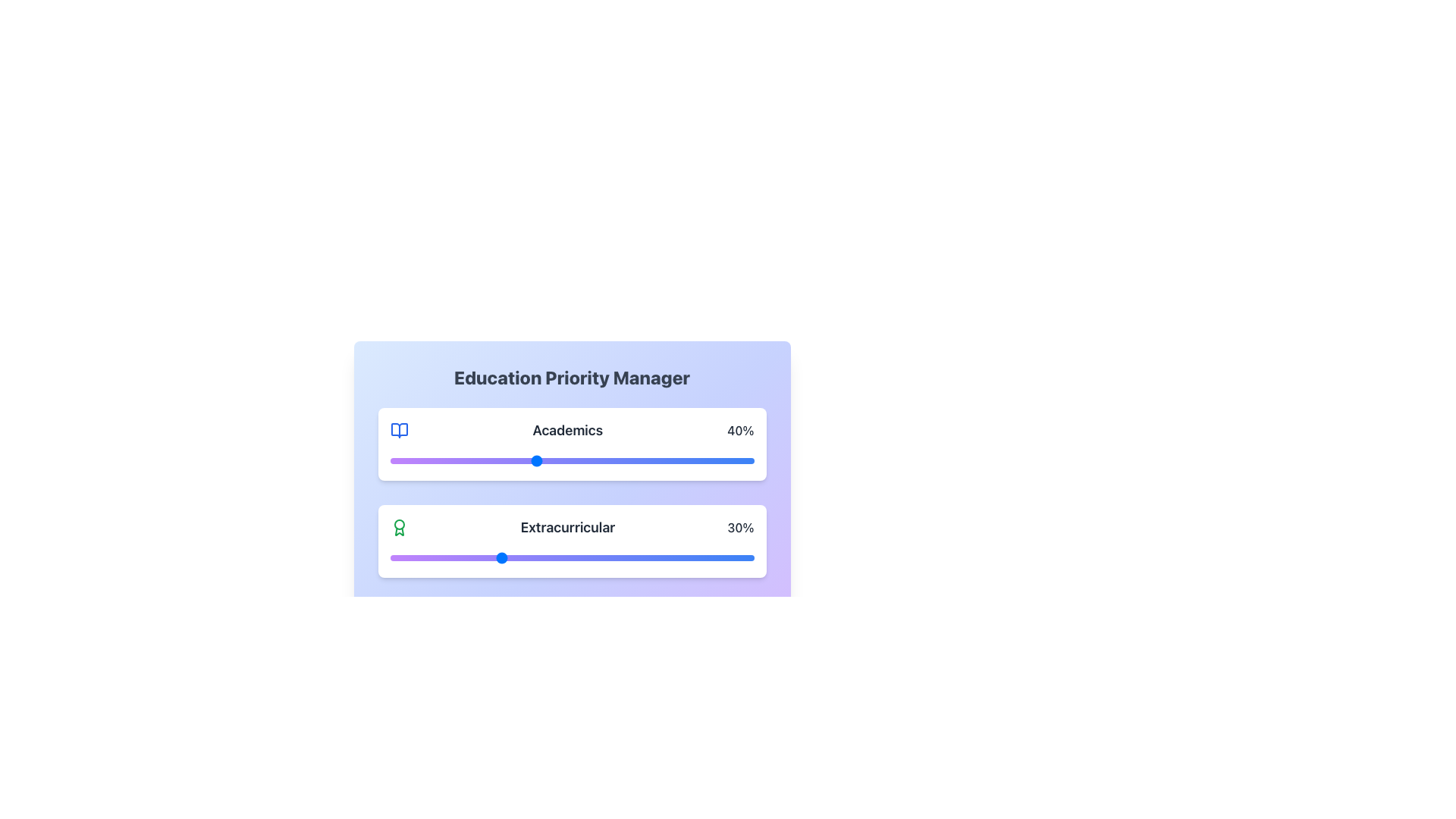 The width and height of the screenshot is (1456, 819). What do you see at coordinates (571, 526) in the screenshot?
I see `the 'Extracurricular' composite display element, which includes an icon, label, and percentage value, positioned beneath 'Academics 40%' and above a range slider` at bounding box center [571, 526].